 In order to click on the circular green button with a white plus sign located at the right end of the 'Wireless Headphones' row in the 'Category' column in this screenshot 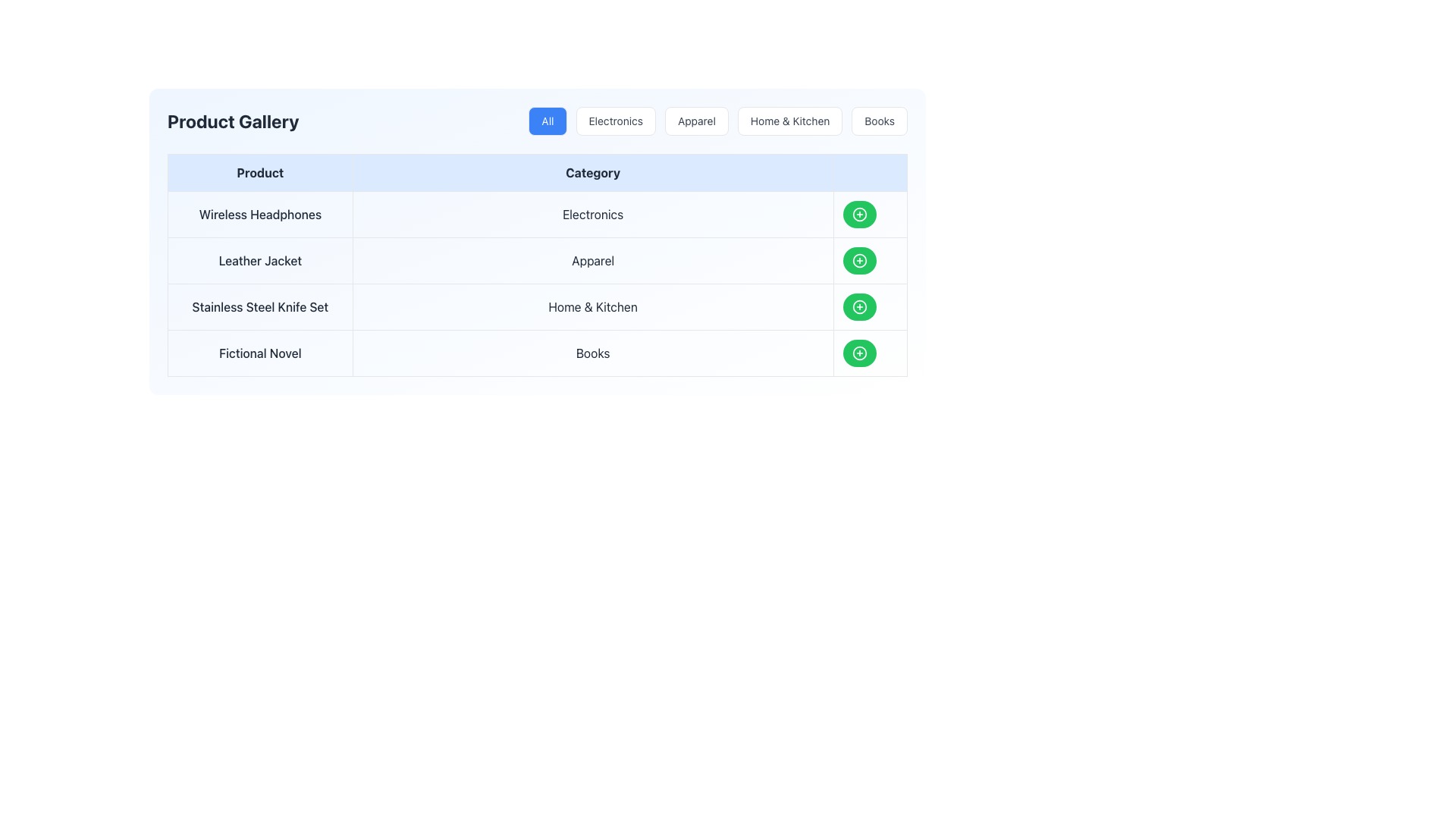, I will do `click(870, 214)`.